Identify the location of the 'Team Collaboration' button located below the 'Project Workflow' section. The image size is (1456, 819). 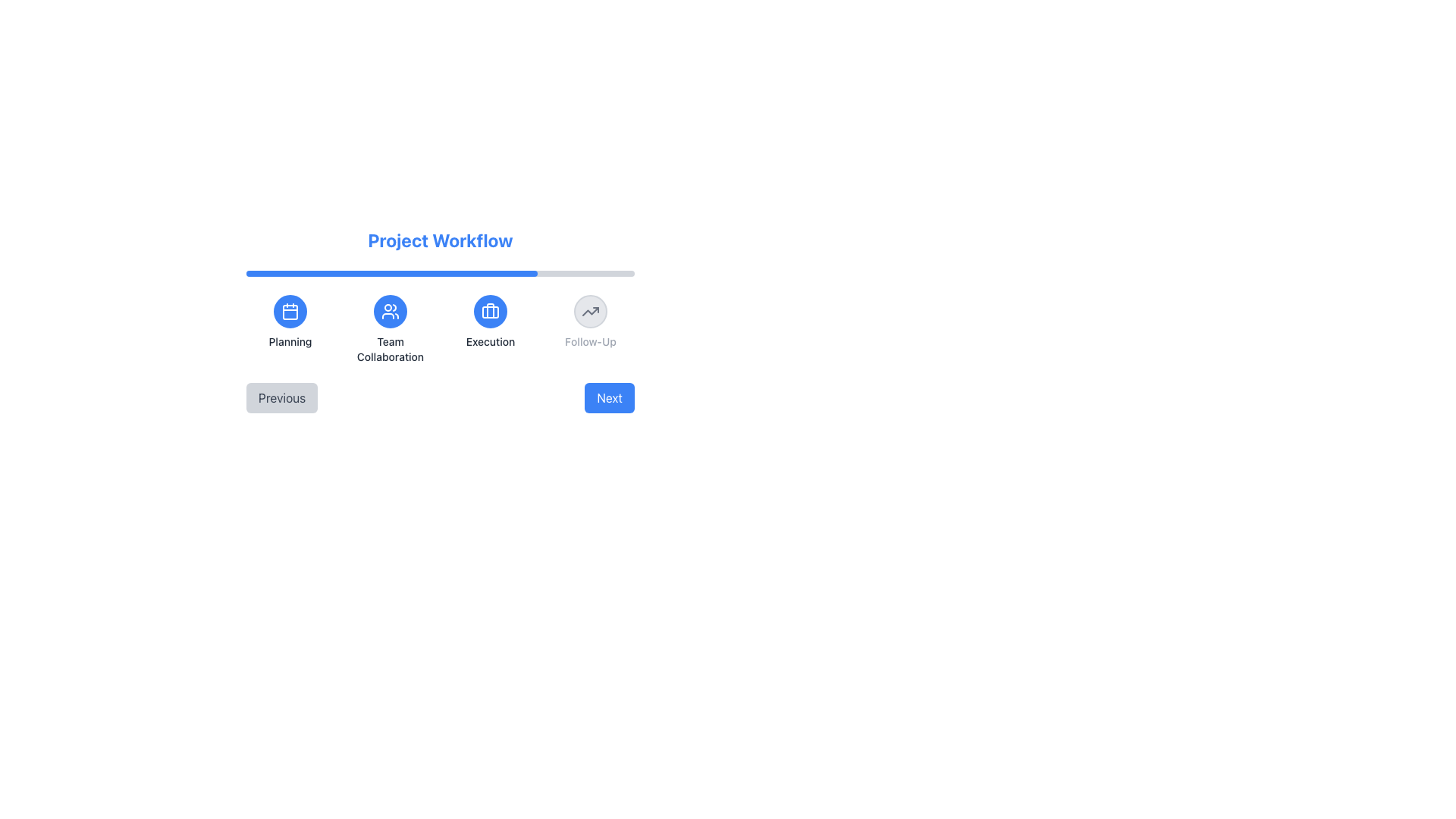
(390, 311).